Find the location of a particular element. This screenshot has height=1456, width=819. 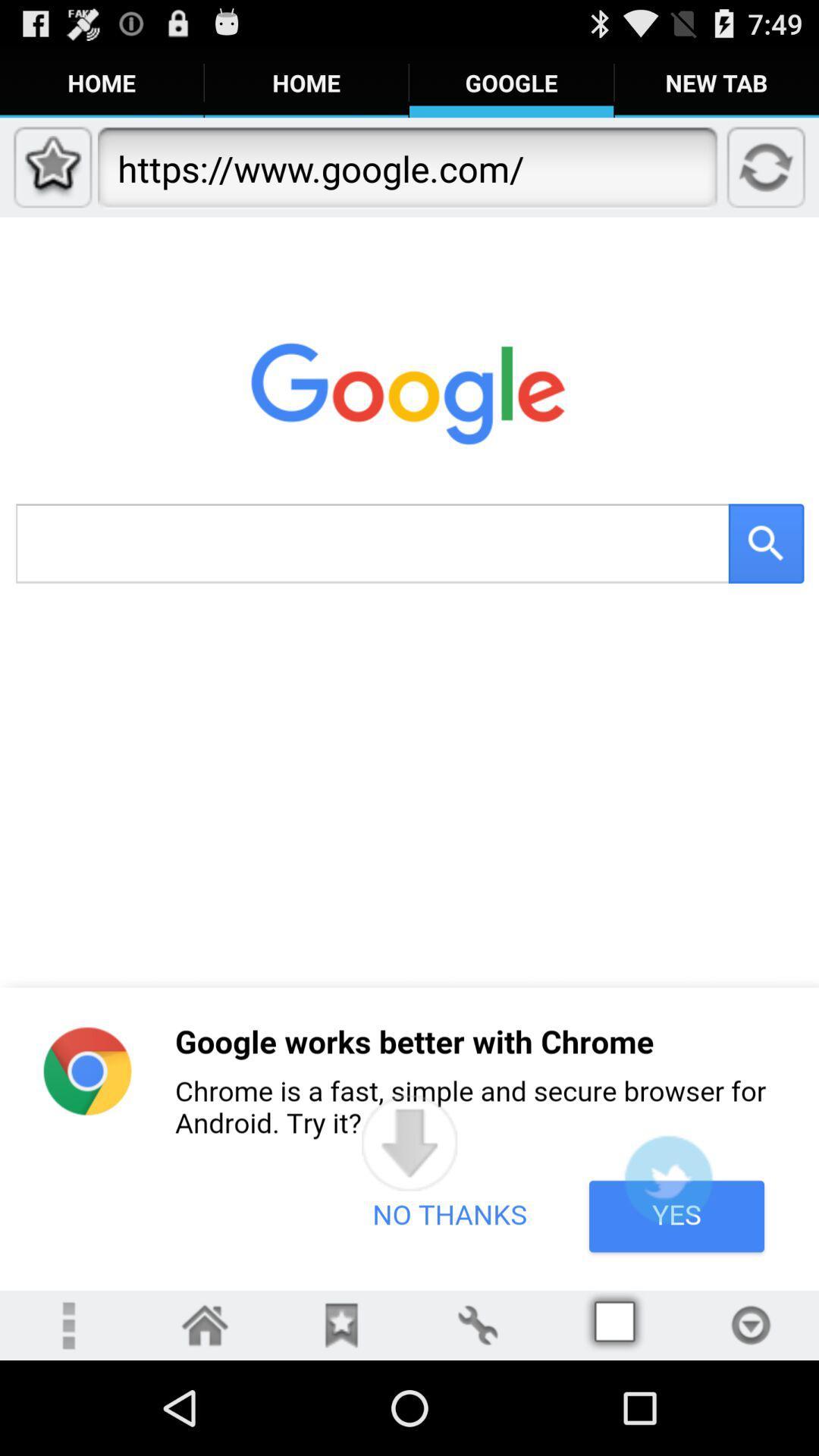

multiview is located at coordinates (614, 1324).